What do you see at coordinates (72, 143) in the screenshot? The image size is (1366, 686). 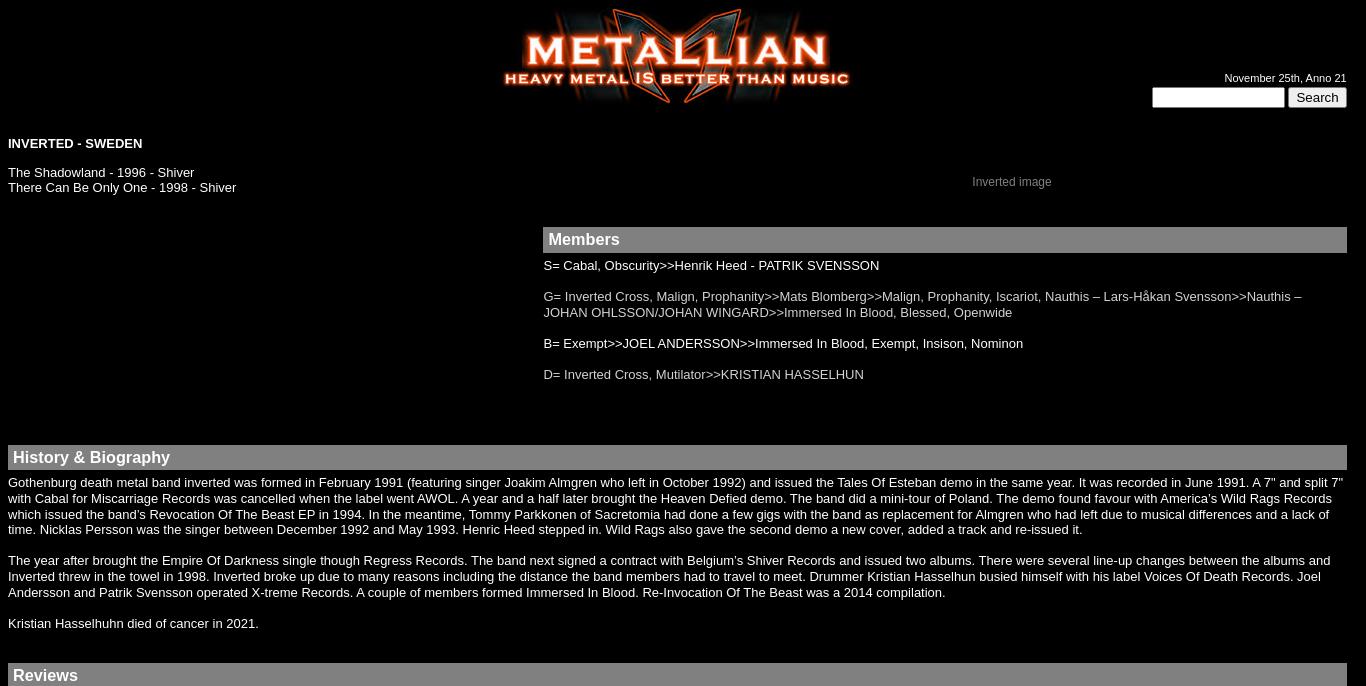 I see `'- SWEDEN'` at bounding box center [72, 143].